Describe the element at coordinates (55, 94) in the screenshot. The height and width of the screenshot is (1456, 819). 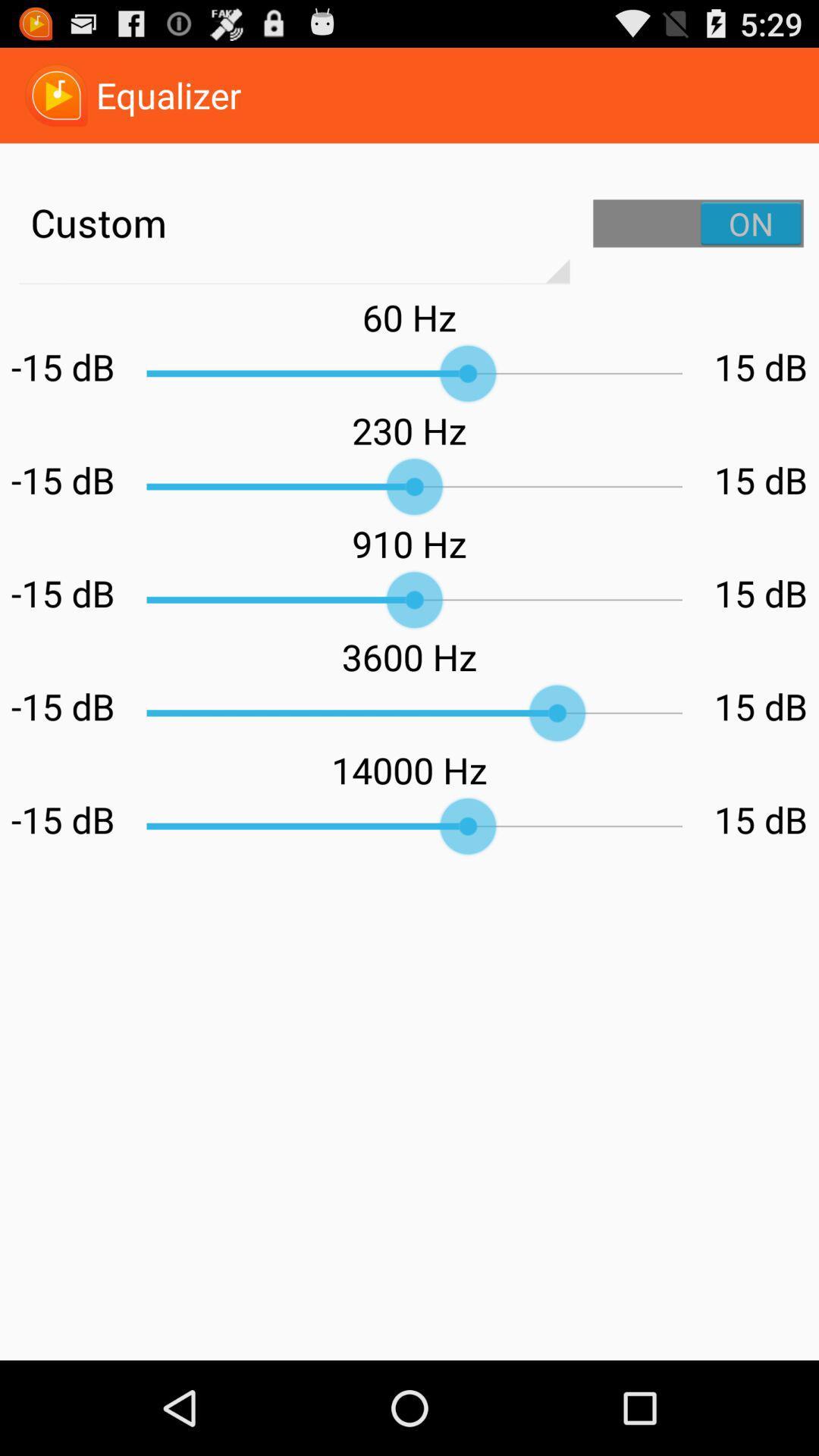
I see `icon beside equalizer` at that location.